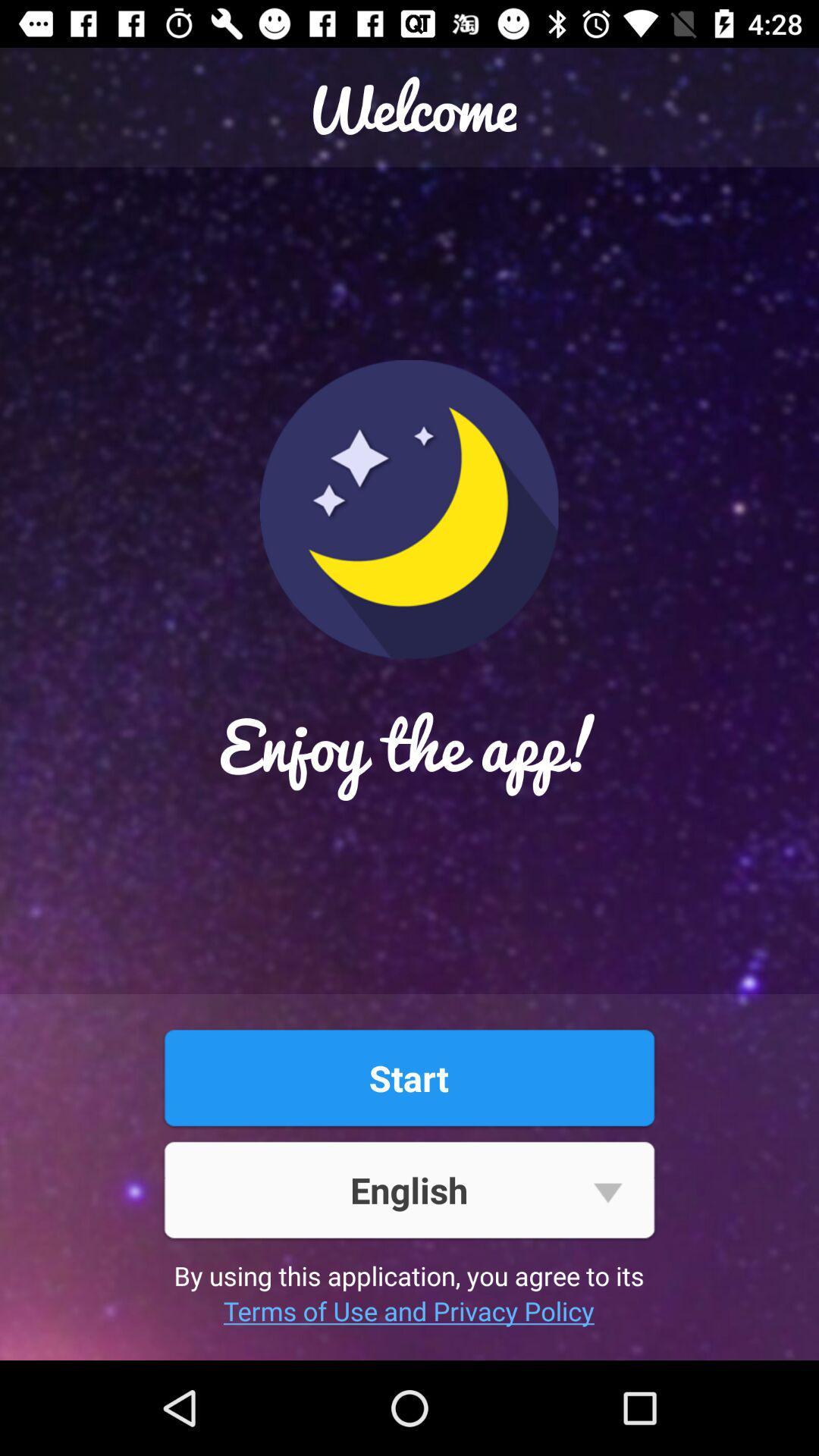  What do you see at coordinates (408, 1077) in the screenshot?
I see `the item below the enjoy the app! item` at bounding box center [408, 1077].